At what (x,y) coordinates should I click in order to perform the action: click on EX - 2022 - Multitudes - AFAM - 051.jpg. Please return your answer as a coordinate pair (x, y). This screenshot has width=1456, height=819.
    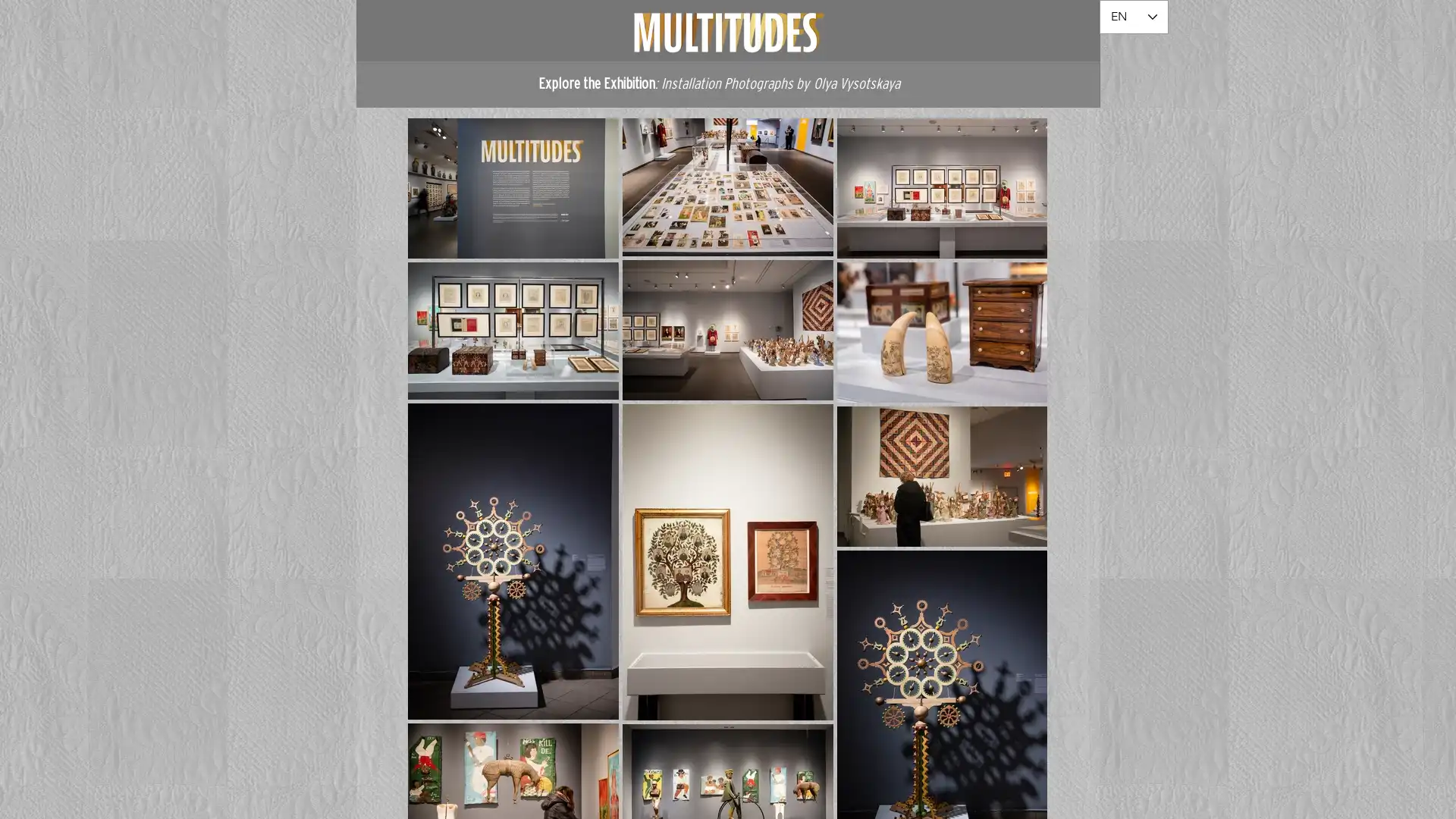
    Looking at the image, I should click on (941, 187).